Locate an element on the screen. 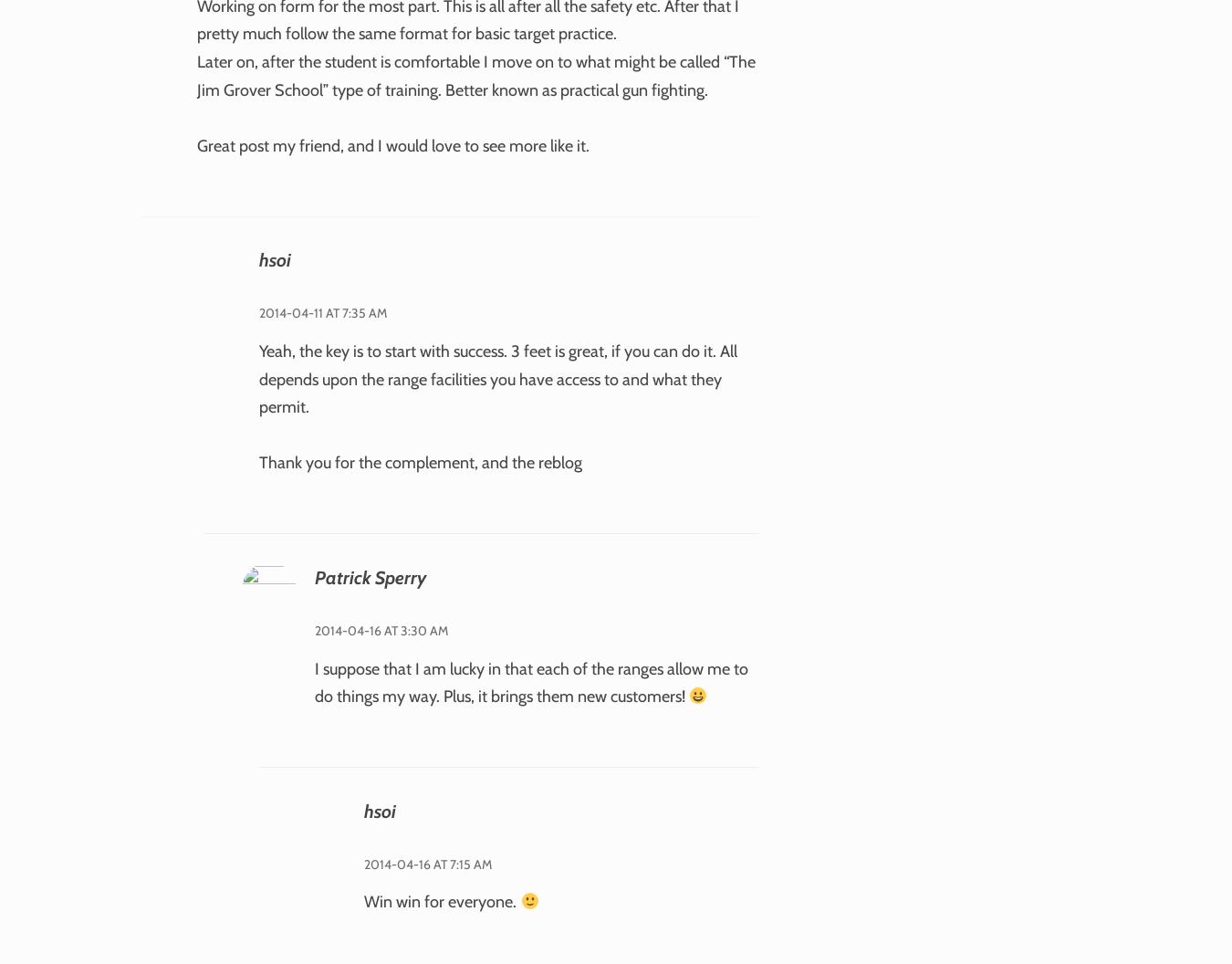 This screenshot has height=964, width=1232. '2014-04-11 at 7:35 am' is located at coordinates (322, 311).